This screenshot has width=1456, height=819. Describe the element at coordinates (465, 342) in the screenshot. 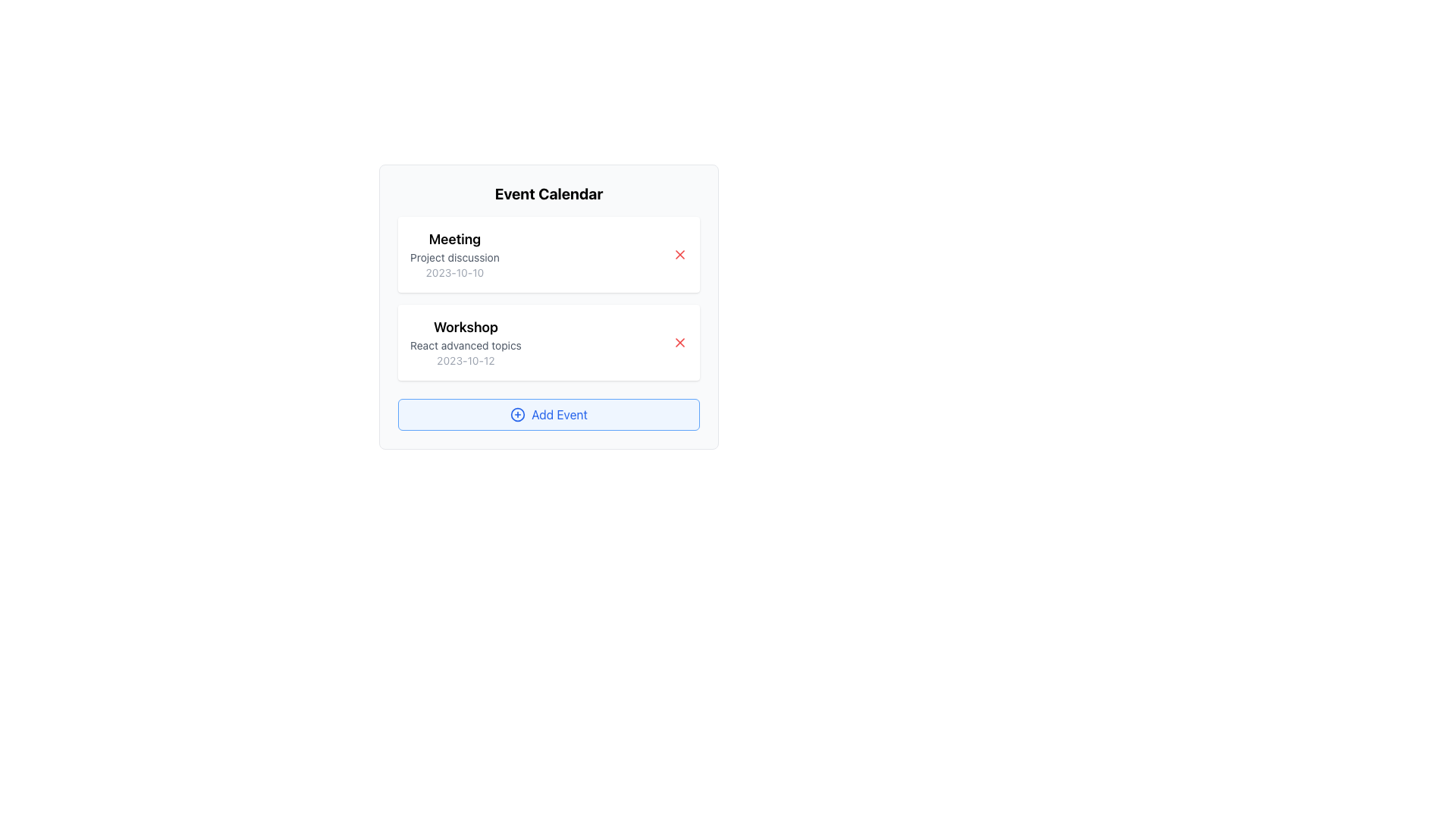

I see `the event title 'Workshop' in the Text display block` at that location.